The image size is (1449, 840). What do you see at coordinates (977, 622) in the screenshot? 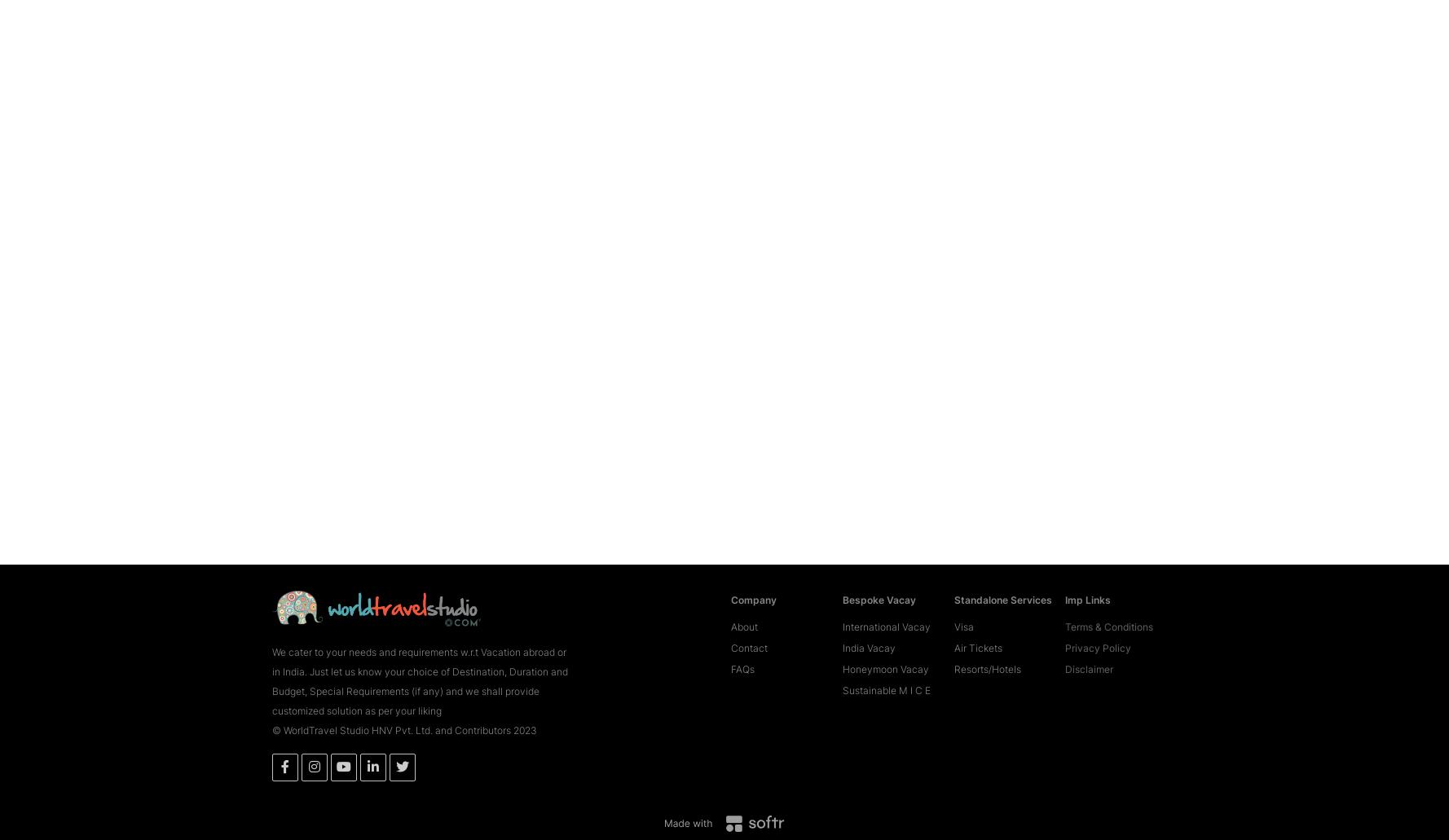
I see `'Air Tickets'` at bounding box center [977, 622].